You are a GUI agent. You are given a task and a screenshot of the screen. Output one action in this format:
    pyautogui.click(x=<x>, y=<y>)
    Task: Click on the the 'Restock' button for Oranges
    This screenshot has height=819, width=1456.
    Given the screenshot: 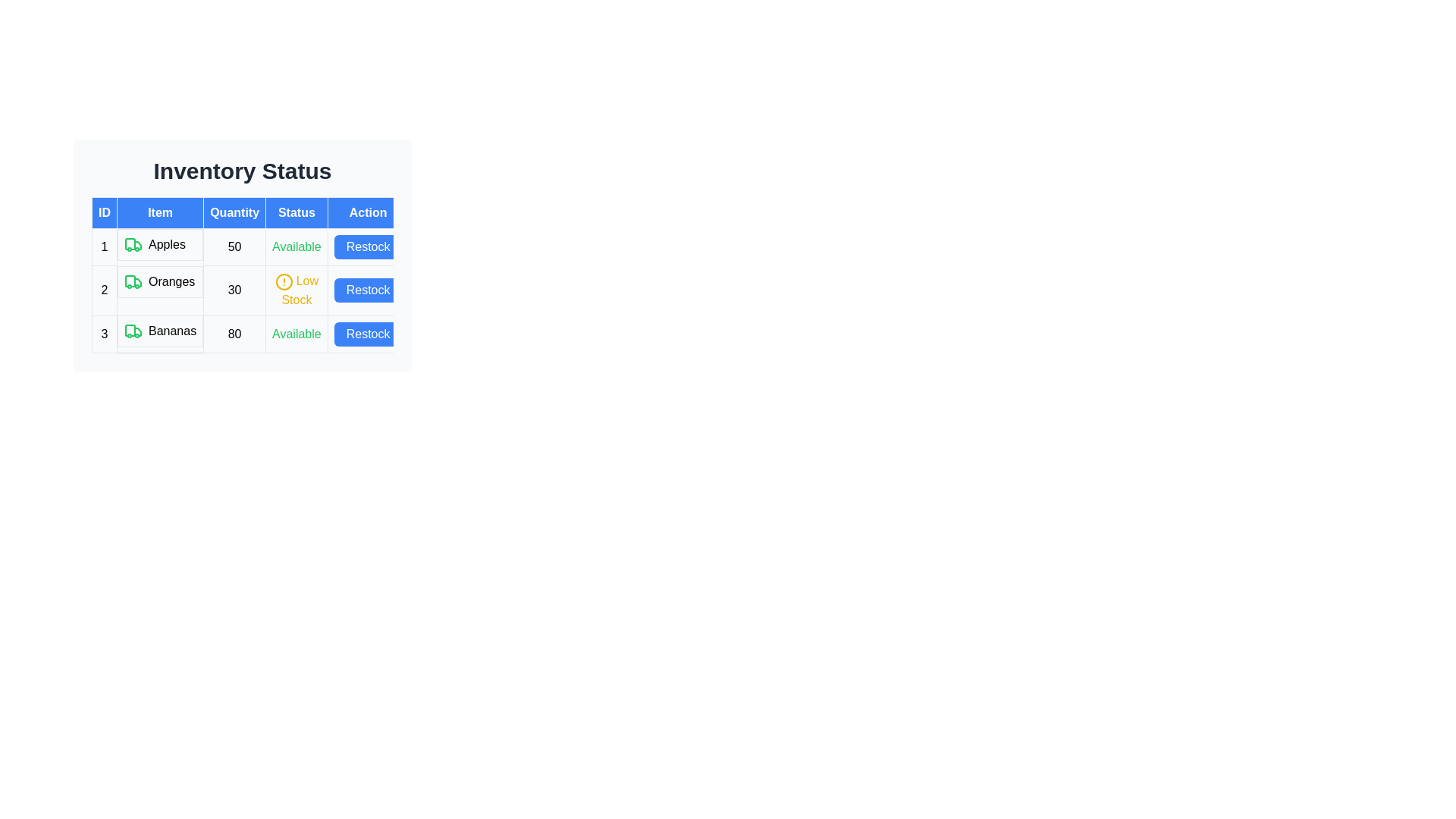 What is the action you would take?
    pyautogui.click(x=368, y=290)
    